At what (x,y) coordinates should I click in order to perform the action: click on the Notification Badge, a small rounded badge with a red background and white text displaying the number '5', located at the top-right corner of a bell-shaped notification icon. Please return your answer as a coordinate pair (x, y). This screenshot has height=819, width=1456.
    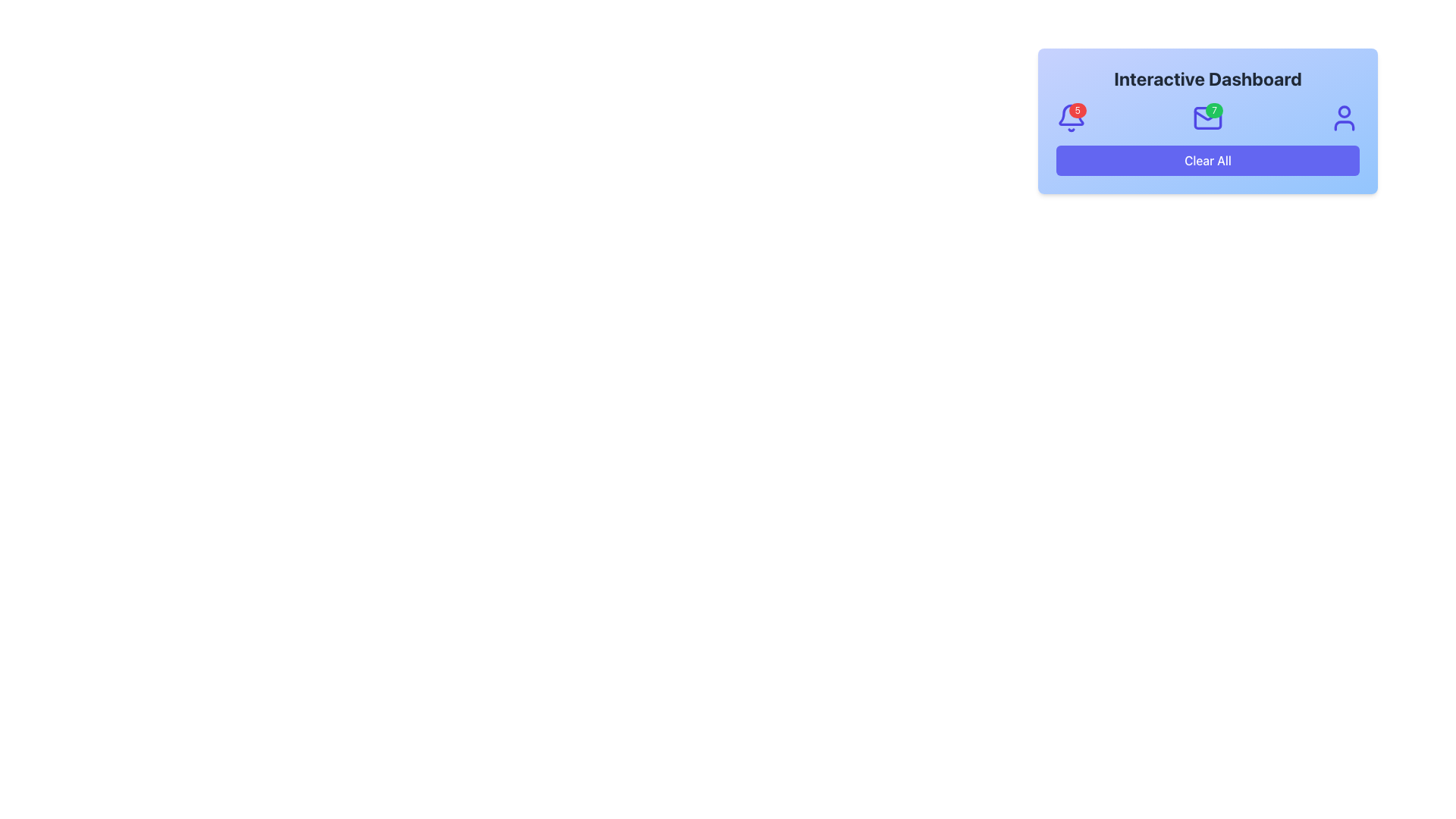
    Looking at the image, I should click on (1077, 110).